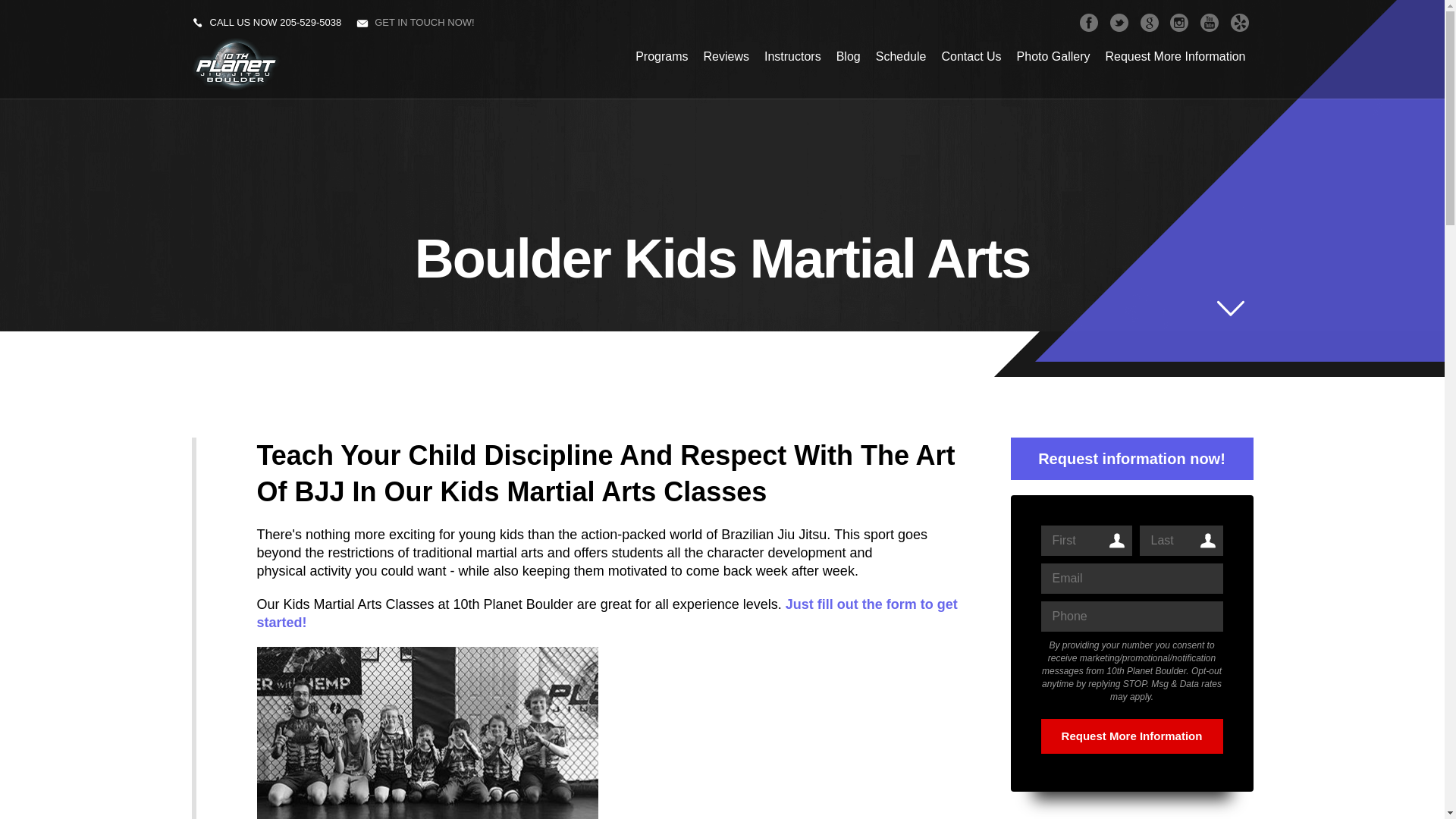  What do you see at coordinates (1084, 540) in the screenshot?
I see `'First'` at bounding box center [1084, 540].